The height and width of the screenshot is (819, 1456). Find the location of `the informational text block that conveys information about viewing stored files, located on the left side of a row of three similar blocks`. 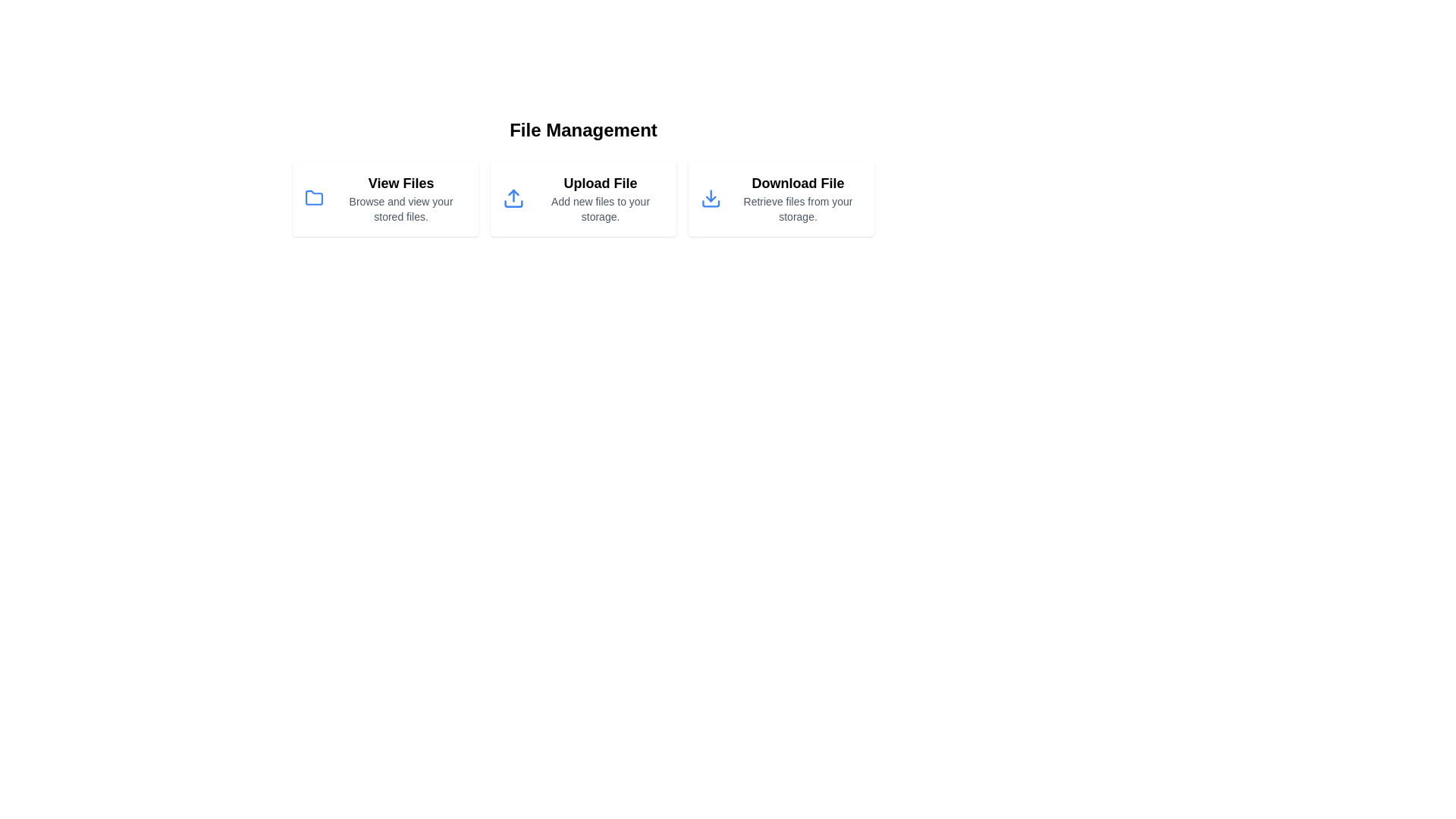

the informational text block that conveys information about viewing stored files, located on the left side of a row of three similar blocks is located at coordinates (401, 198).